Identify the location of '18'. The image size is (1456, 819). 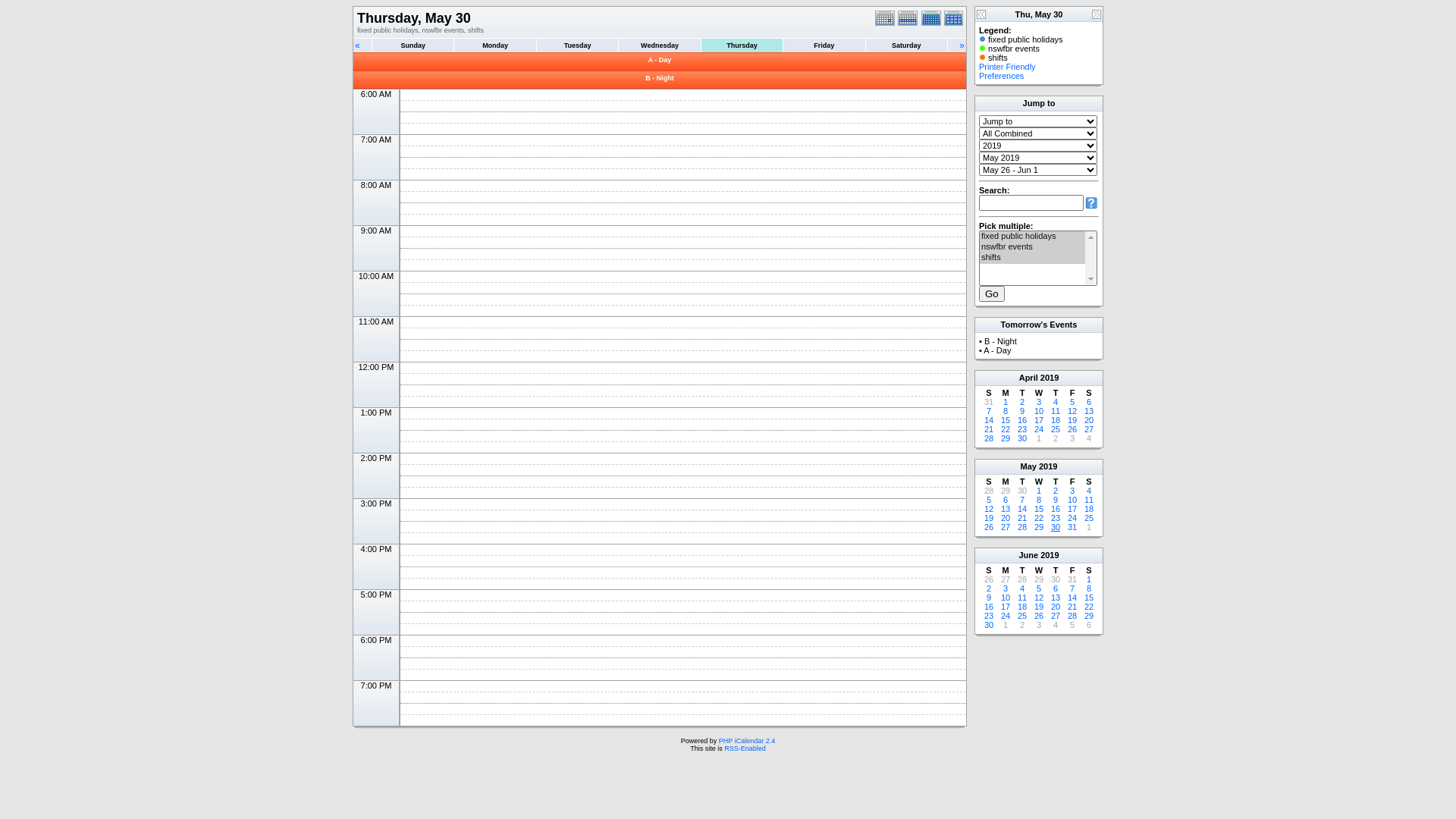
(1087, 509).